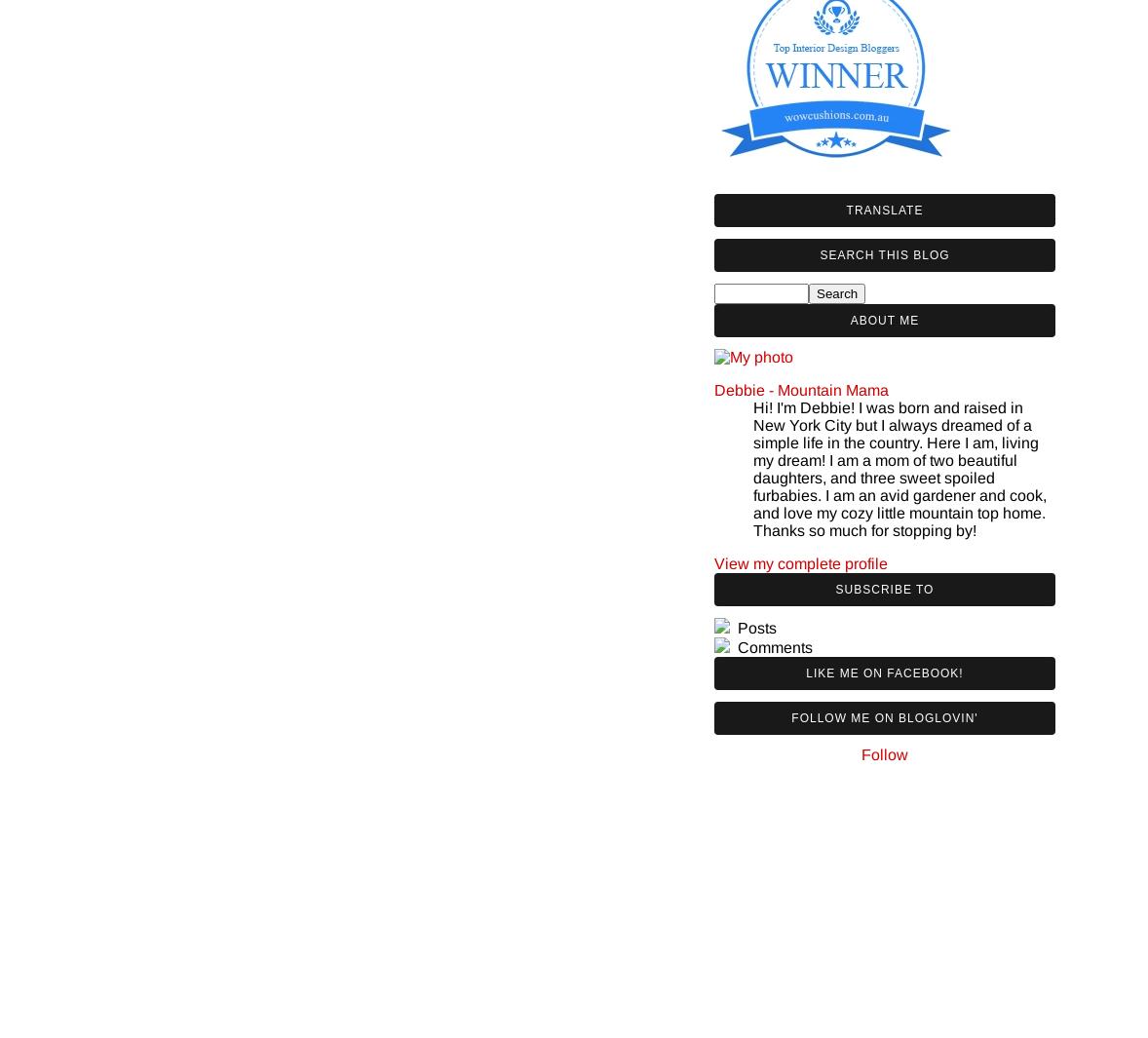  What do you see at coordinates (899, 467) in the screenshot?
I see `'Hi! I'm Debbie! I was born and raised in New York City but I always dreamed of a simple life in the country. Here I am, living my dream! I am a mom of two beautiful daughters, and three sweet spoiled furbabies. I am an avid gardener and cook, and love my cozy little mountain top home. Thanks so much for stopping by!'` at bounding box center [899, 467].